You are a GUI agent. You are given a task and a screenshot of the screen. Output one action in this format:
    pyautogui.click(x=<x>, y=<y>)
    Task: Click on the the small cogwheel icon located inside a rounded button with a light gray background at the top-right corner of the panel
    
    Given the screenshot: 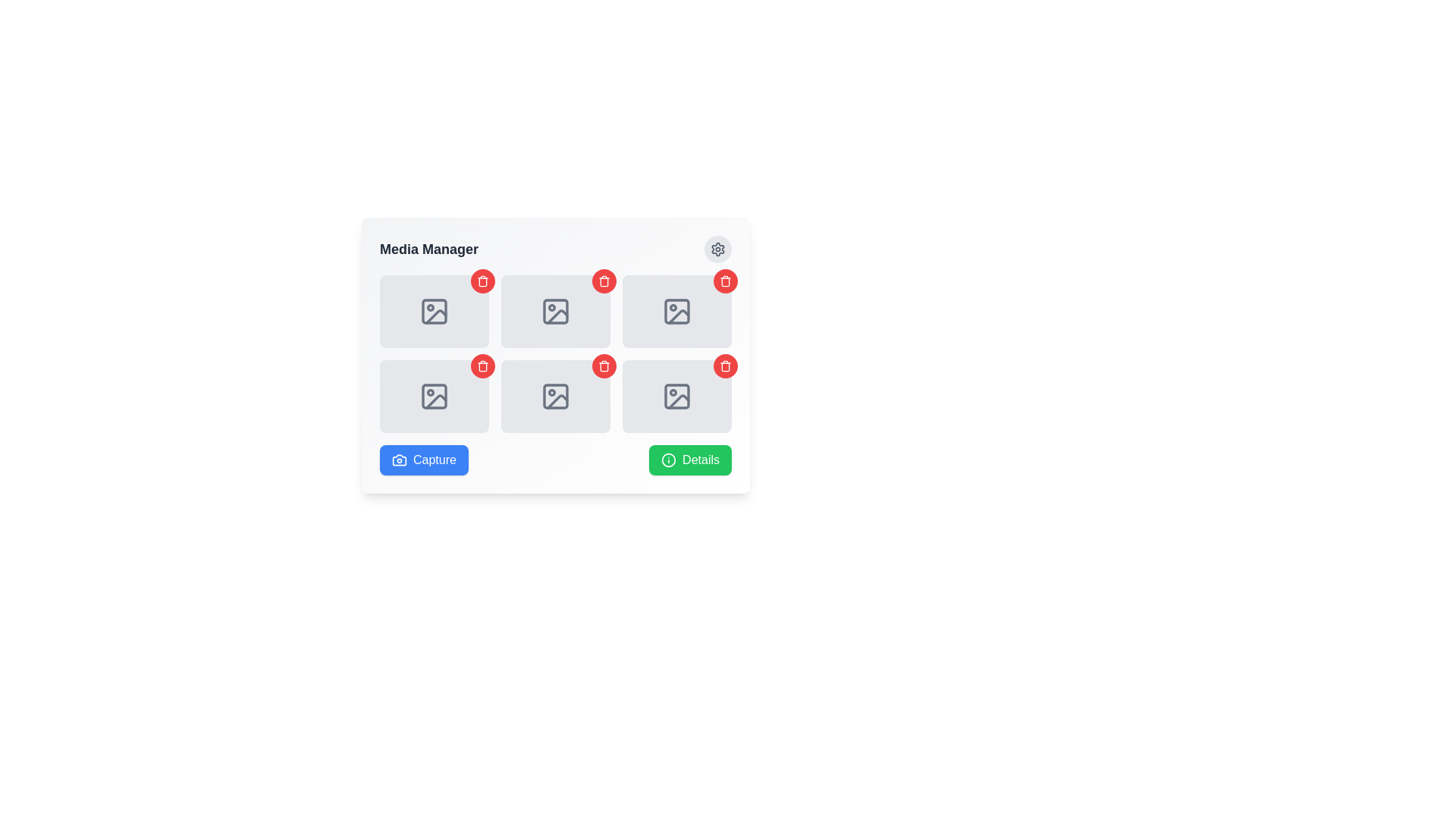 What is the action you would take?
    pyautogui.click(x=717, y=248)
    